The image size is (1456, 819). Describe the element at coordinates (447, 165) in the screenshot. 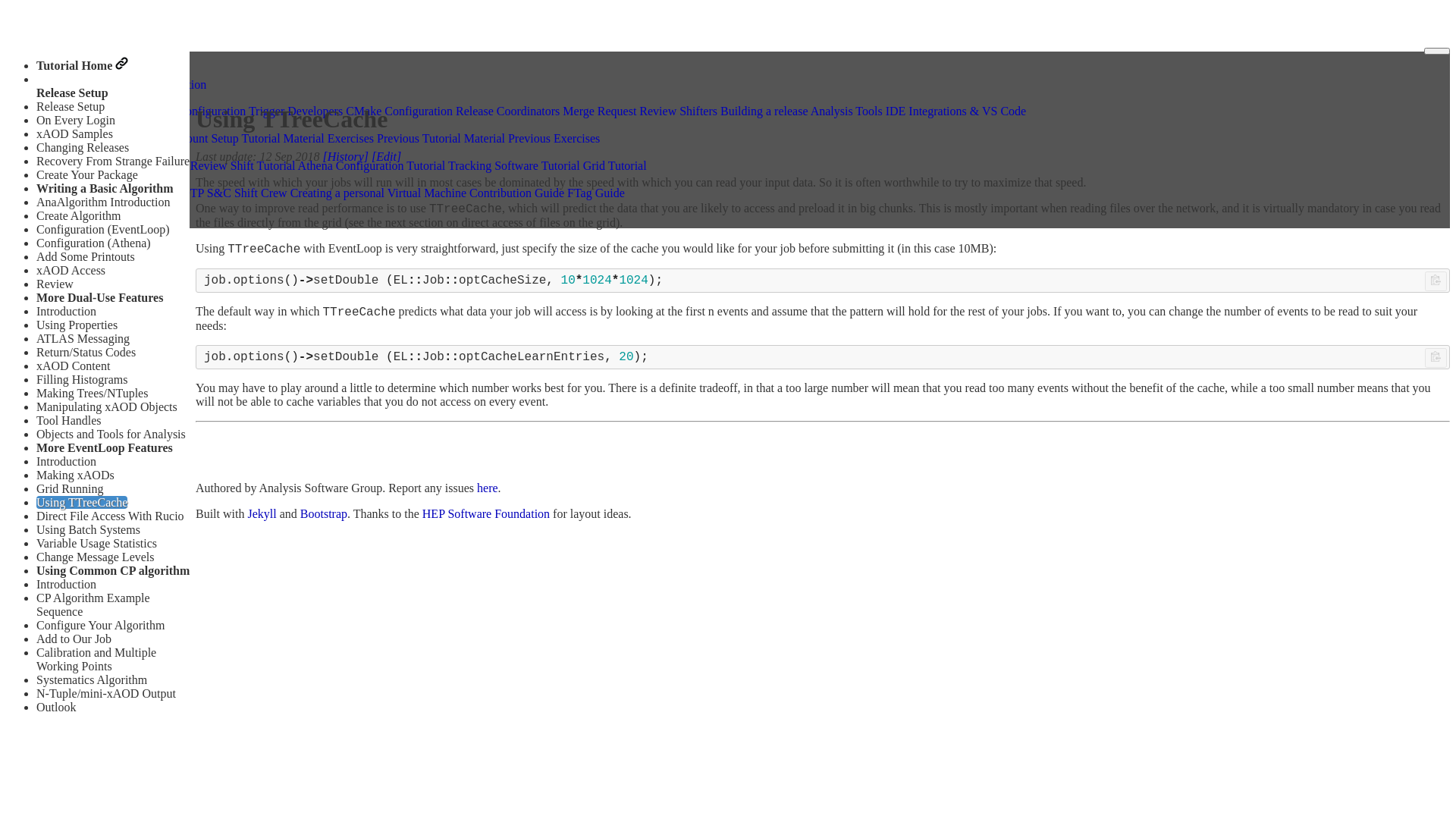

I see `'Tracking Software Tutorial'` at that location.